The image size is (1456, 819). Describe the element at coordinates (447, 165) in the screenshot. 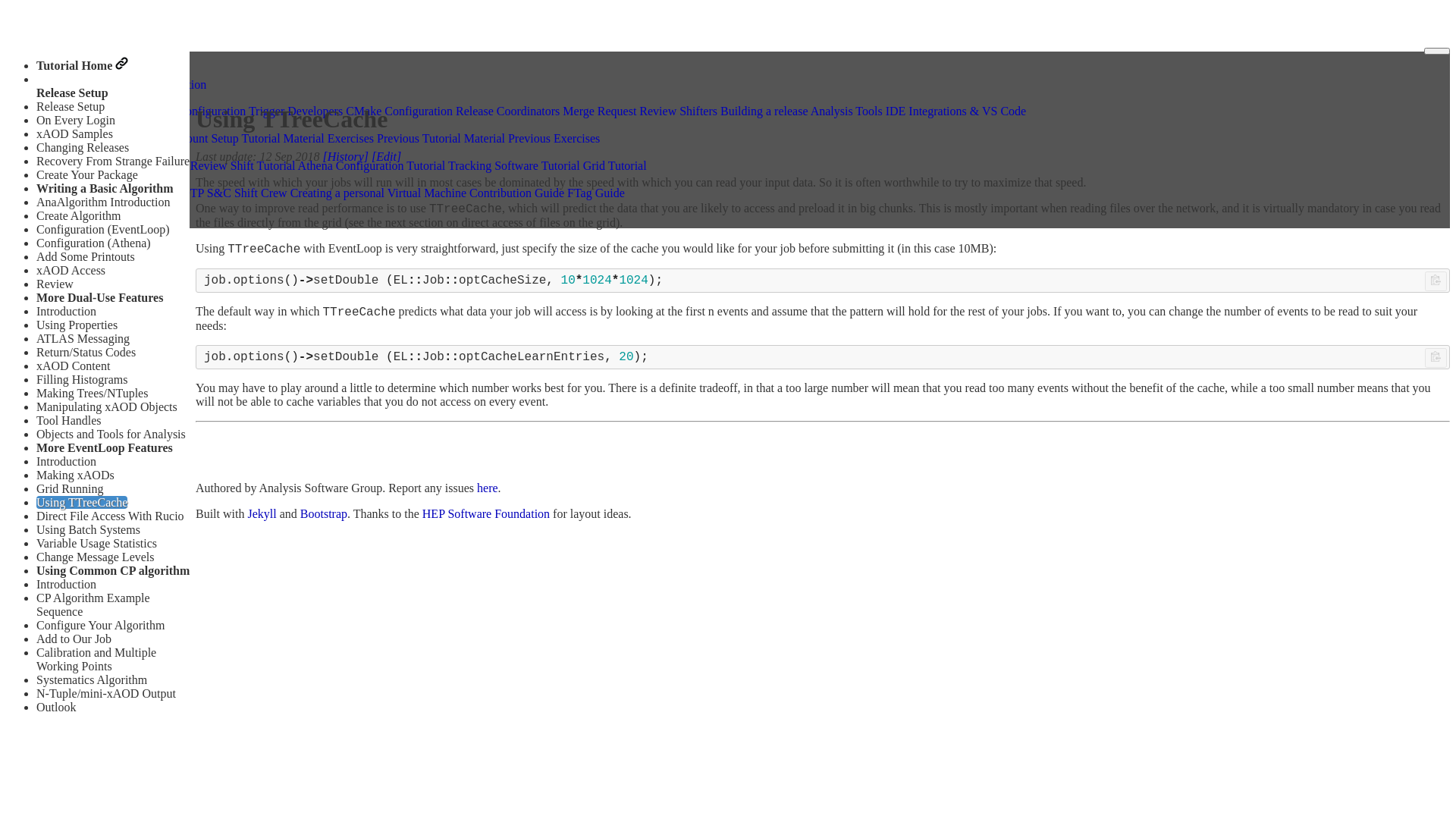

I see `'Tracking Software Tutorial'` at that location.